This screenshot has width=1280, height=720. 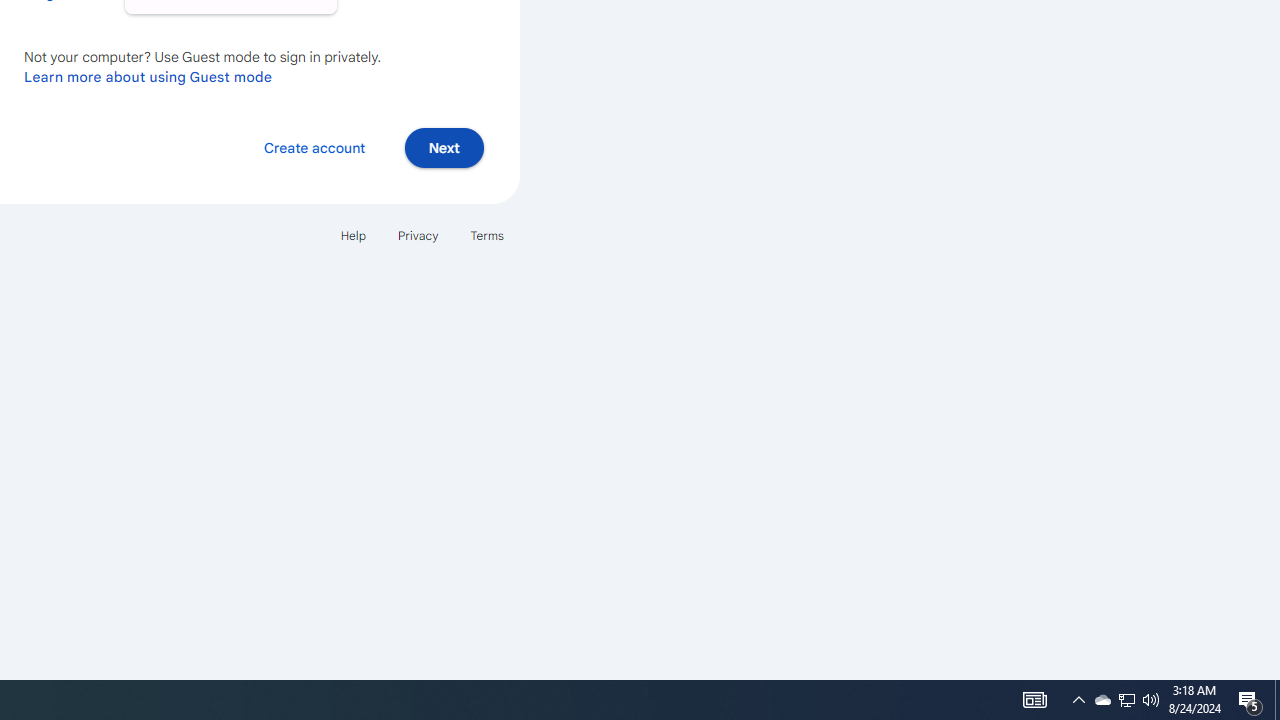 What do you see at coordinates (487, 234) in the screenshot?
I see `'Terms'` at bounding box center [487, 234].